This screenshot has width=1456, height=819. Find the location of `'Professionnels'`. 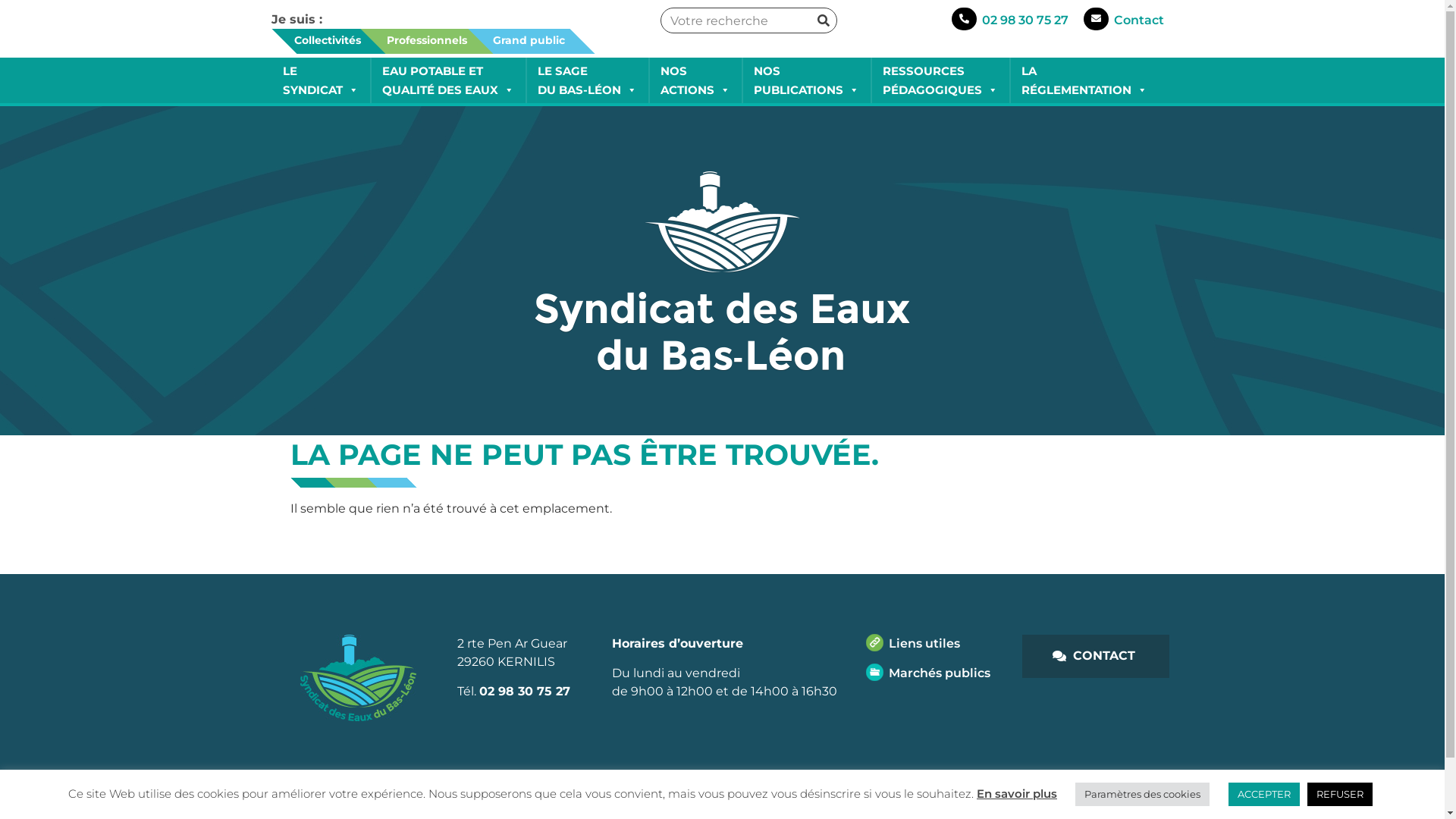

'Professionnels' is located at coordinates (415, 37).